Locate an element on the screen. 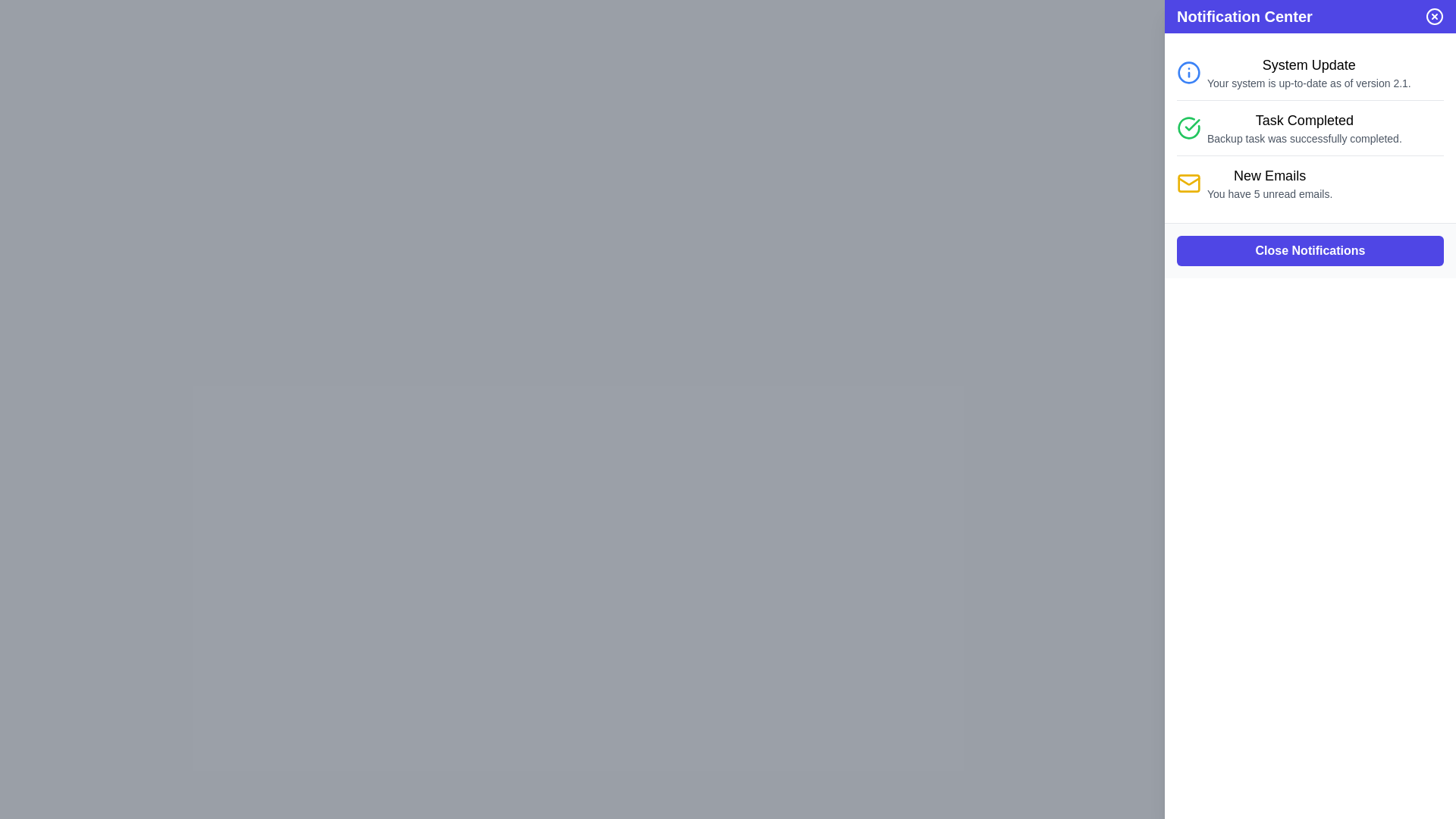 This screenshot has height=819, width=1456. the 'System Update' notification item in the Notification Center is located at coordinates (1310, 73).